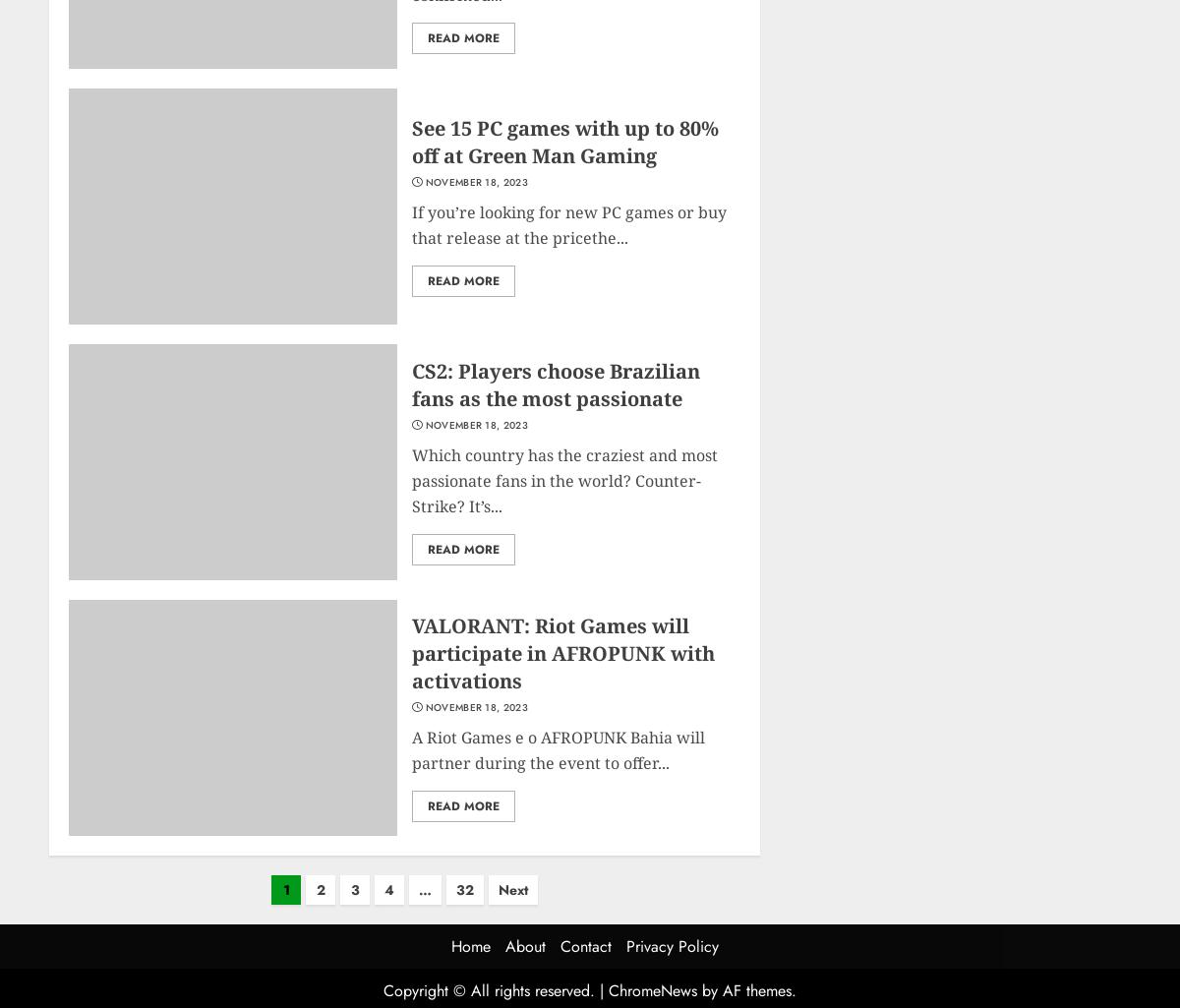  I want to click on 'See 15 PC games with up to 80% off at Green Man Gaming', so click(412, 141).